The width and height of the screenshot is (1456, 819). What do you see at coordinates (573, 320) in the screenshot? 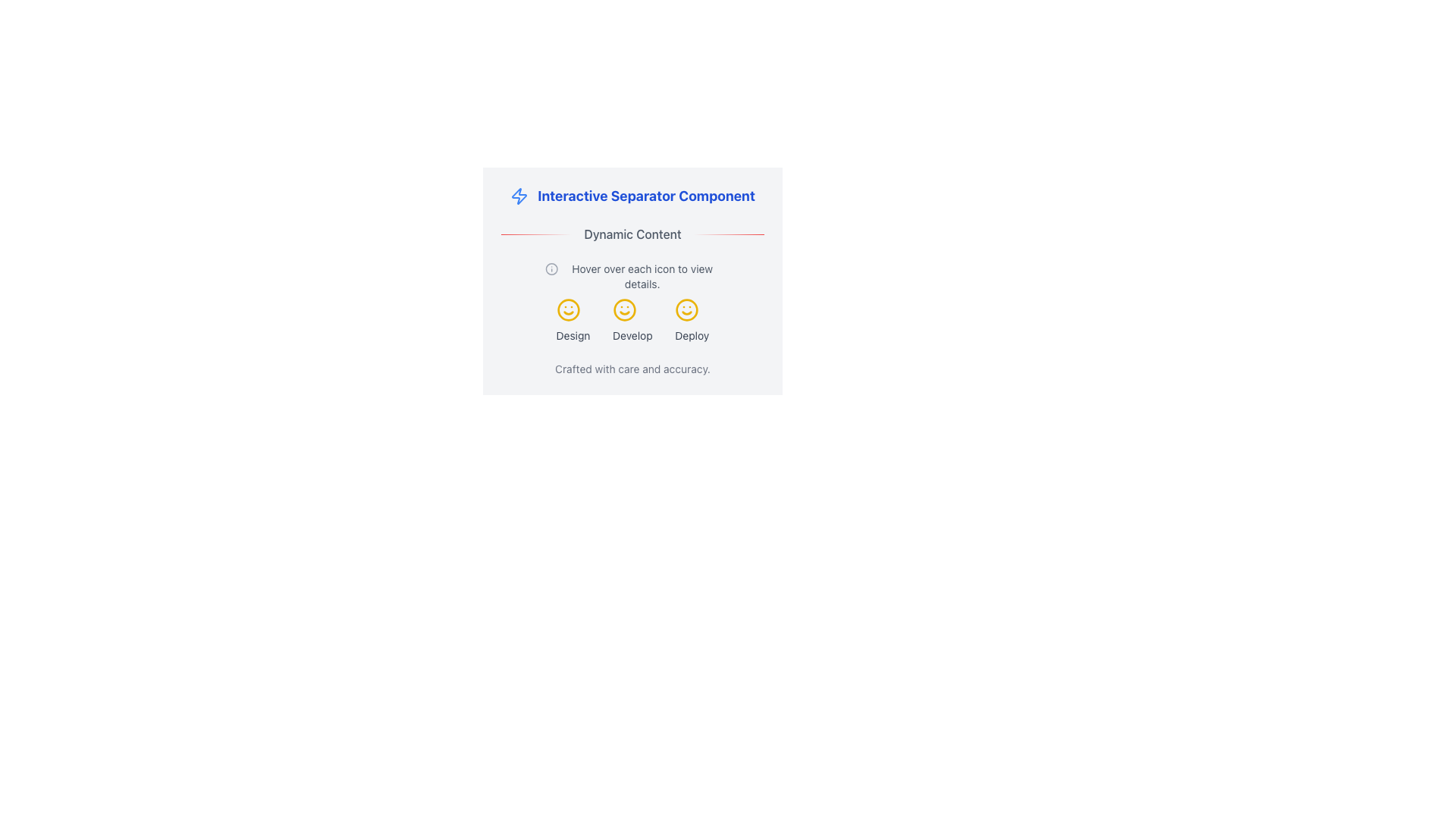
I see `the smiling face icon labeled 'Design'` at bounding box center [573, 320].